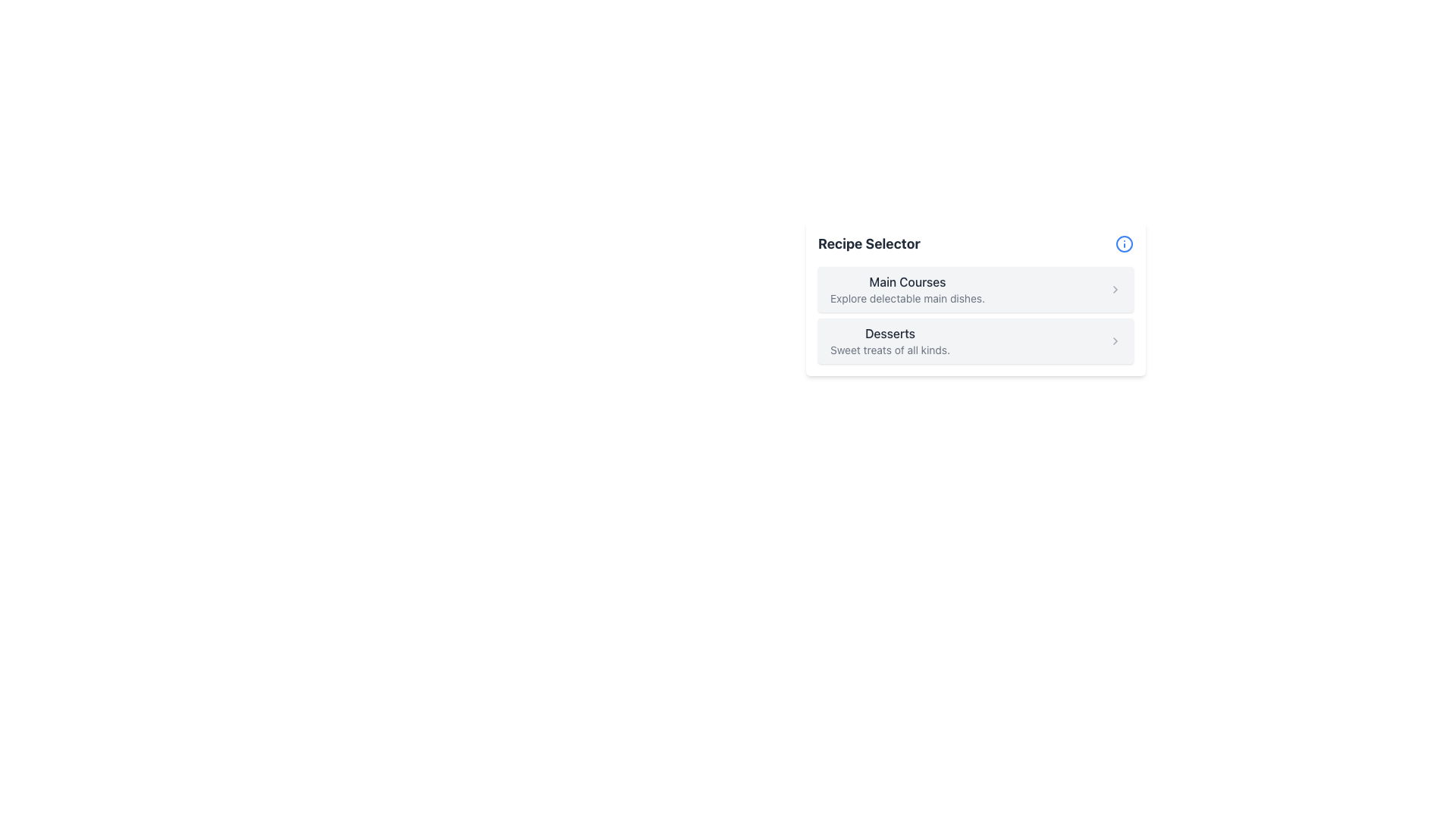  I want to click on the 'Desserts' menu list item, which is the second option in the vertical list beneath 'Main Courses', so click(890, 341).